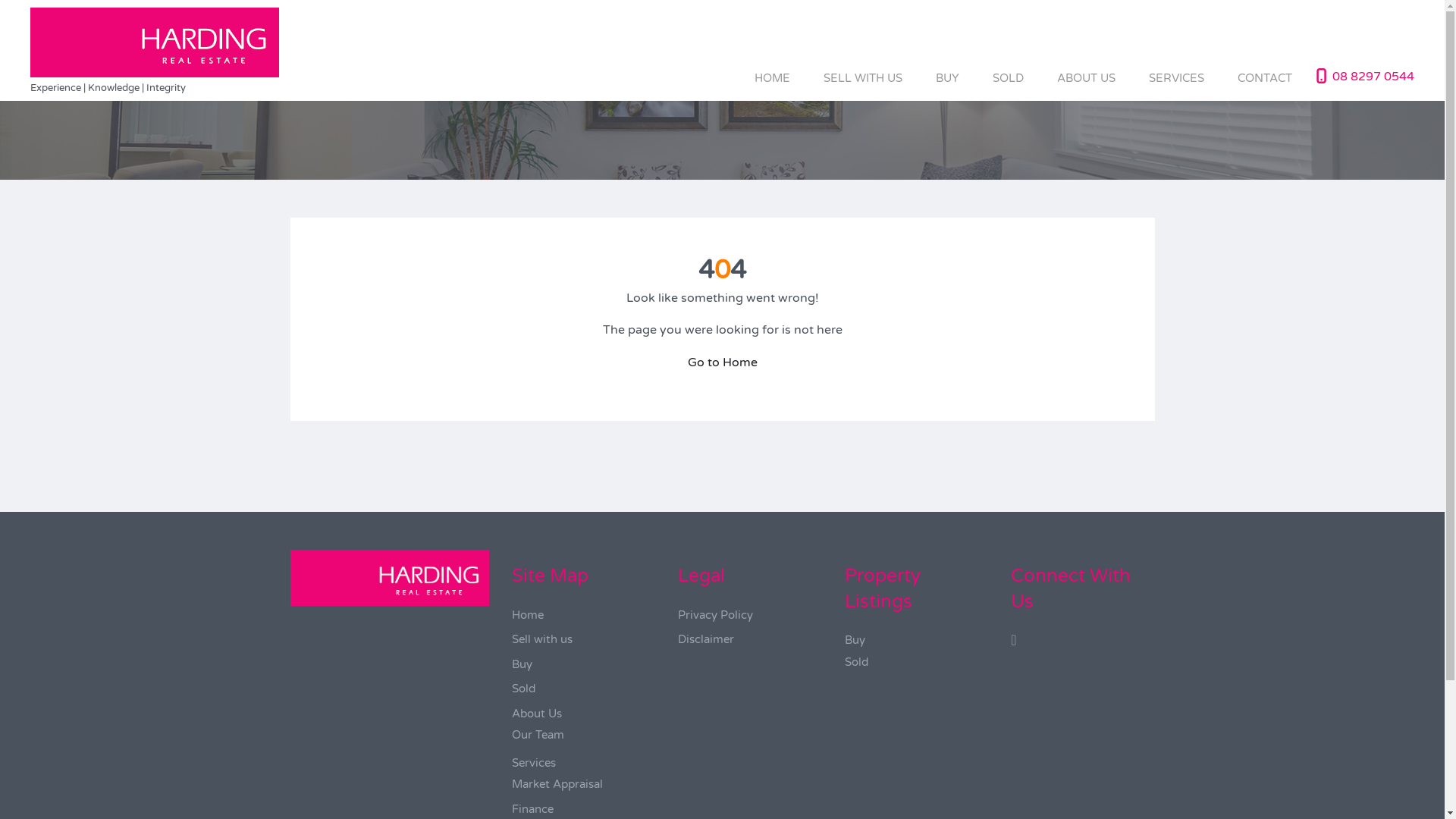 Image resolution: width=1456 pixels, height=819 pixels. What do you see at coordinates (856, 661) in the screenshot?
I see `'Sold'` at bounding box center [856, 661].